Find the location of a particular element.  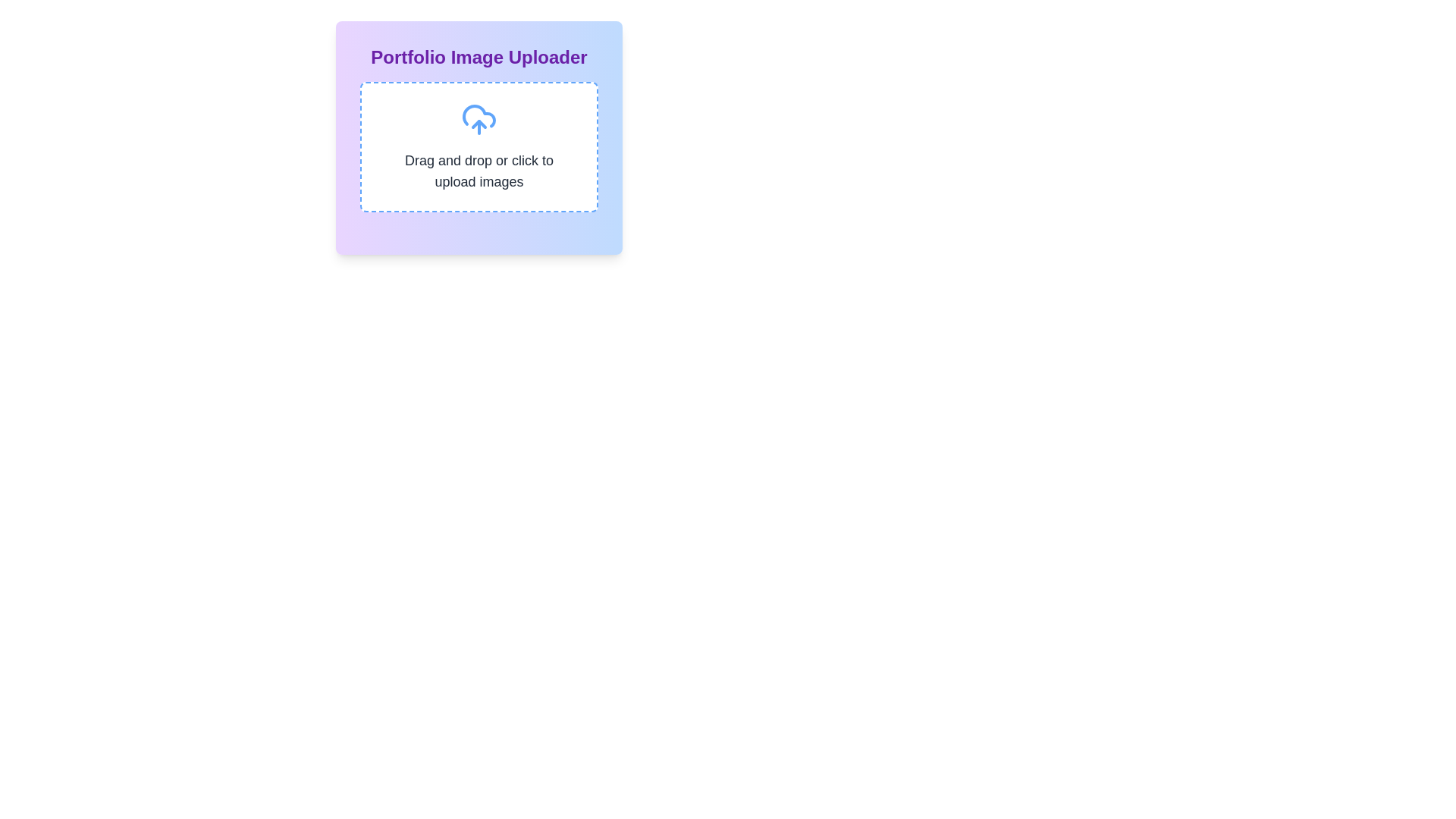

the small upward-pointing arrow icon located at the bottom center of the blue cloud upload icon, which is part of the 'Portfolio Image Uploader' section is located at coordinates (479, 124).